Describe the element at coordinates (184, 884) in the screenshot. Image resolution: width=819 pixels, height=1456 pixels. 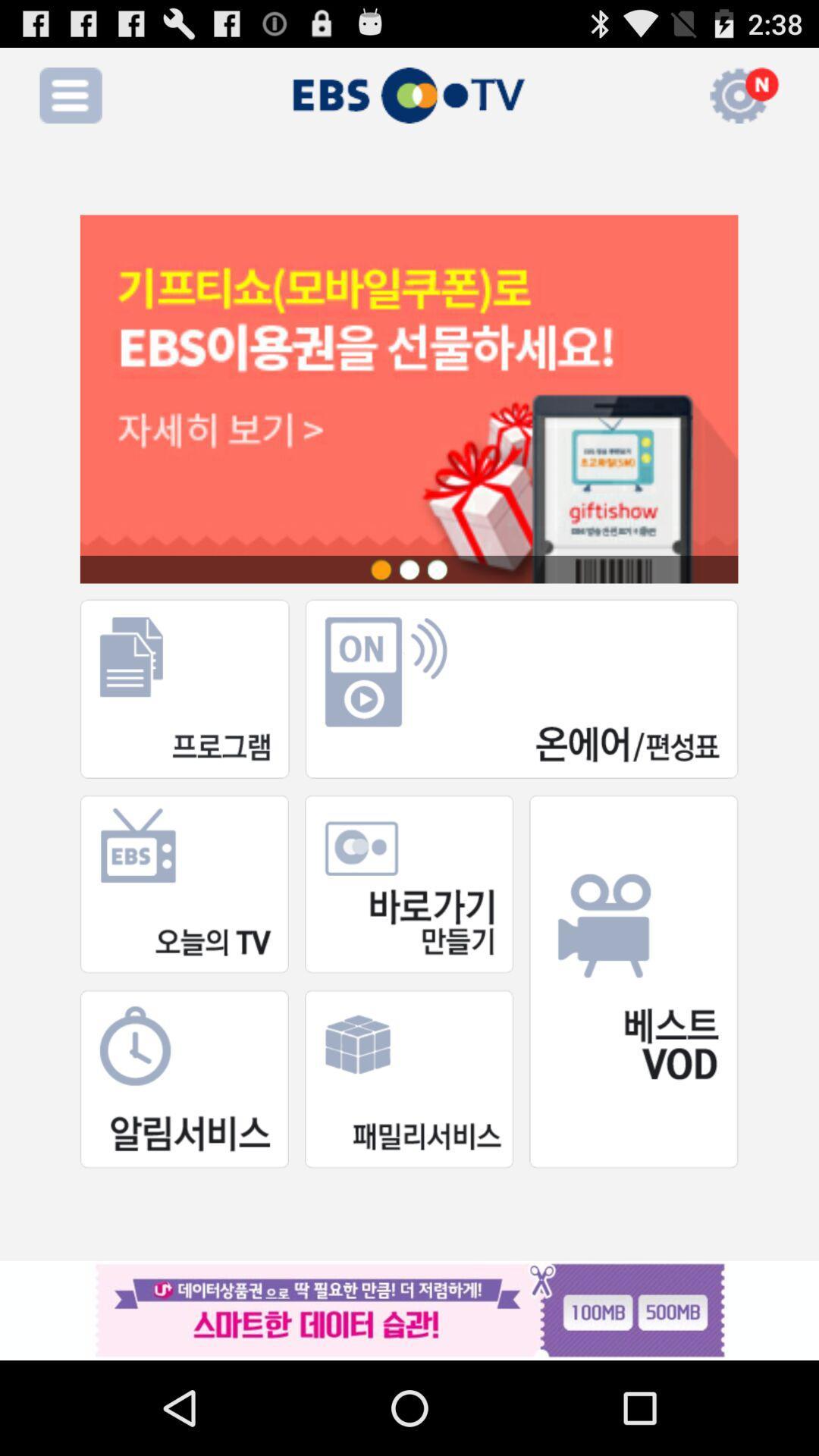
I see `the first box in the second row` at that location.